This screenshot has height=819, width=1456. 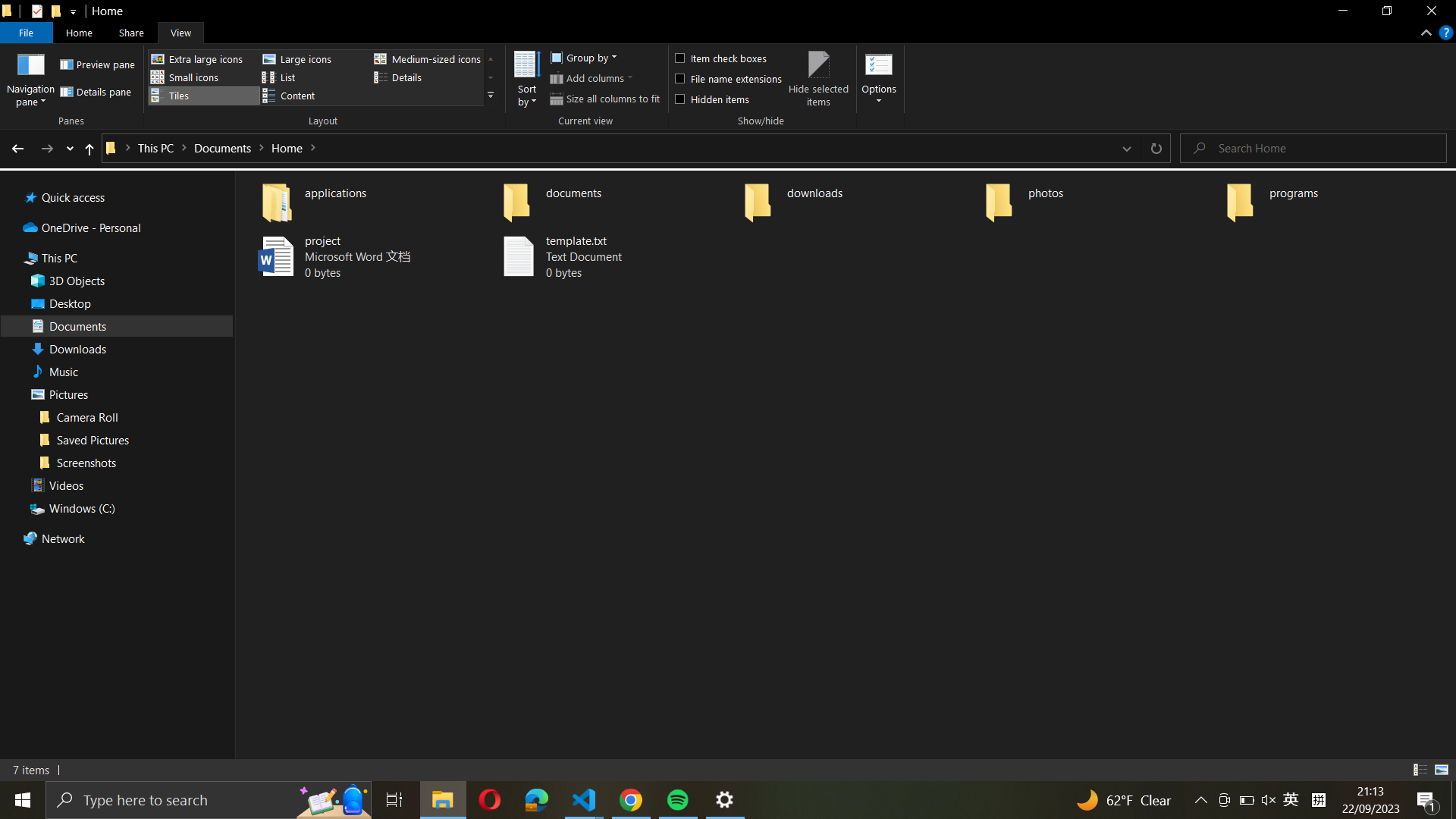 What do you see at coordinates (1099, 198) in the screenshot?
I see `Go to the "photos" folder and select the first 5 image files` at bounding box center [1099, 198].